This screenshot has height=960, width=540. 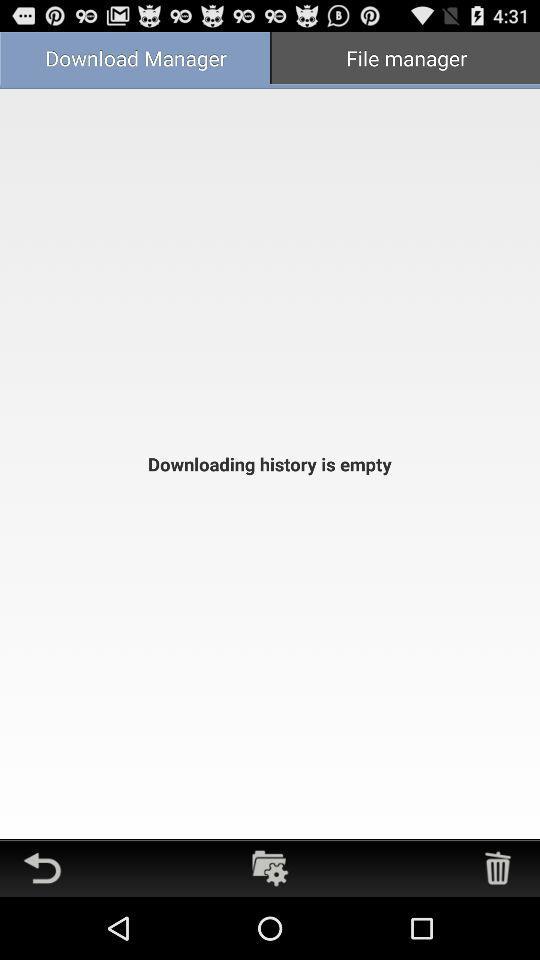 What do you see at coordinates (405, 59) in the screenshot?
I see `the icon at the top right corner` at bounding box center [405, 59].